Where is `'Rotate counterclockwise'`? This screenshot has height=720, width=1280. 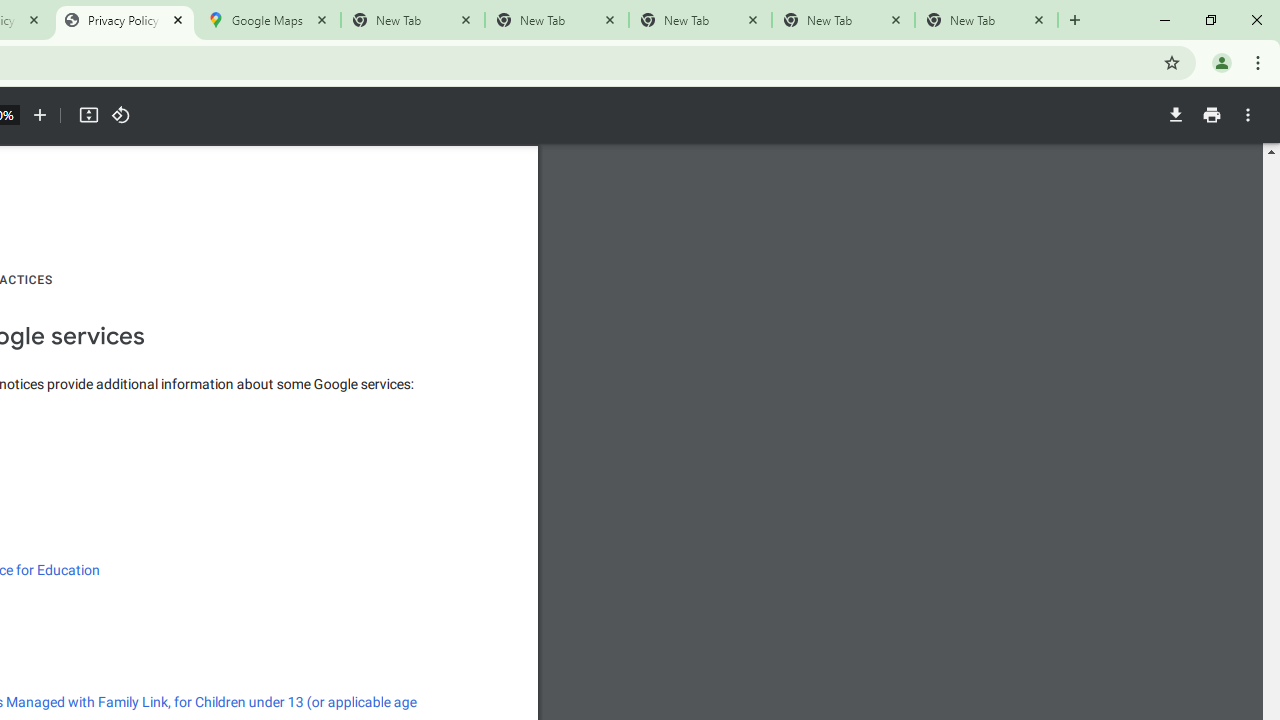 'Rotate counterclockwise' is located at coordinates (119, 115).